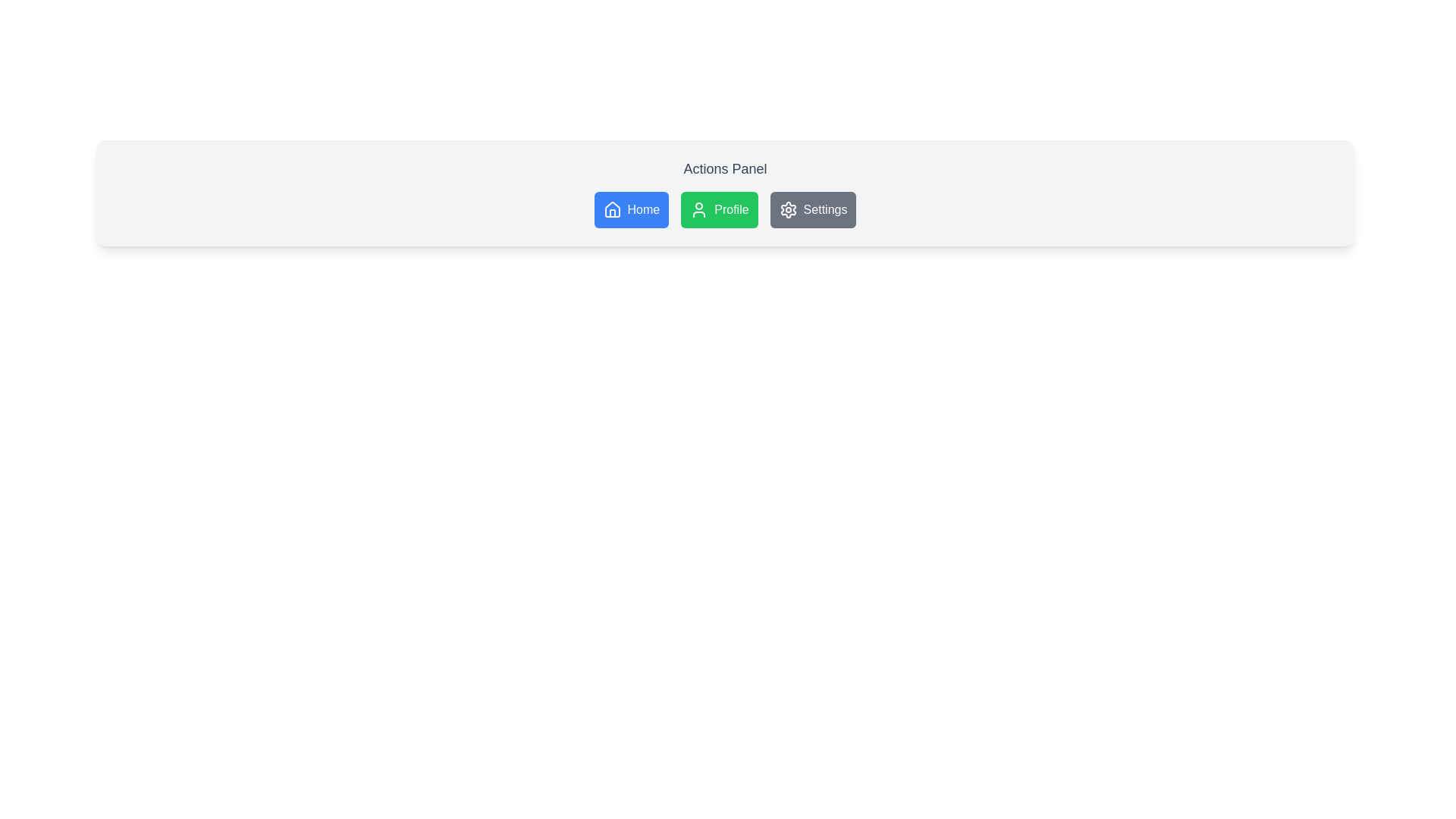 This screenshot has height=819, width=1456. What do you see at coordinates (698, 210) in the screenshot?
I see `the SVG Icon representing the user or profile section inside the green 'Profile' button, which is centrally aligned in the 'Actions Panel'` at bounding box center [698, 210].